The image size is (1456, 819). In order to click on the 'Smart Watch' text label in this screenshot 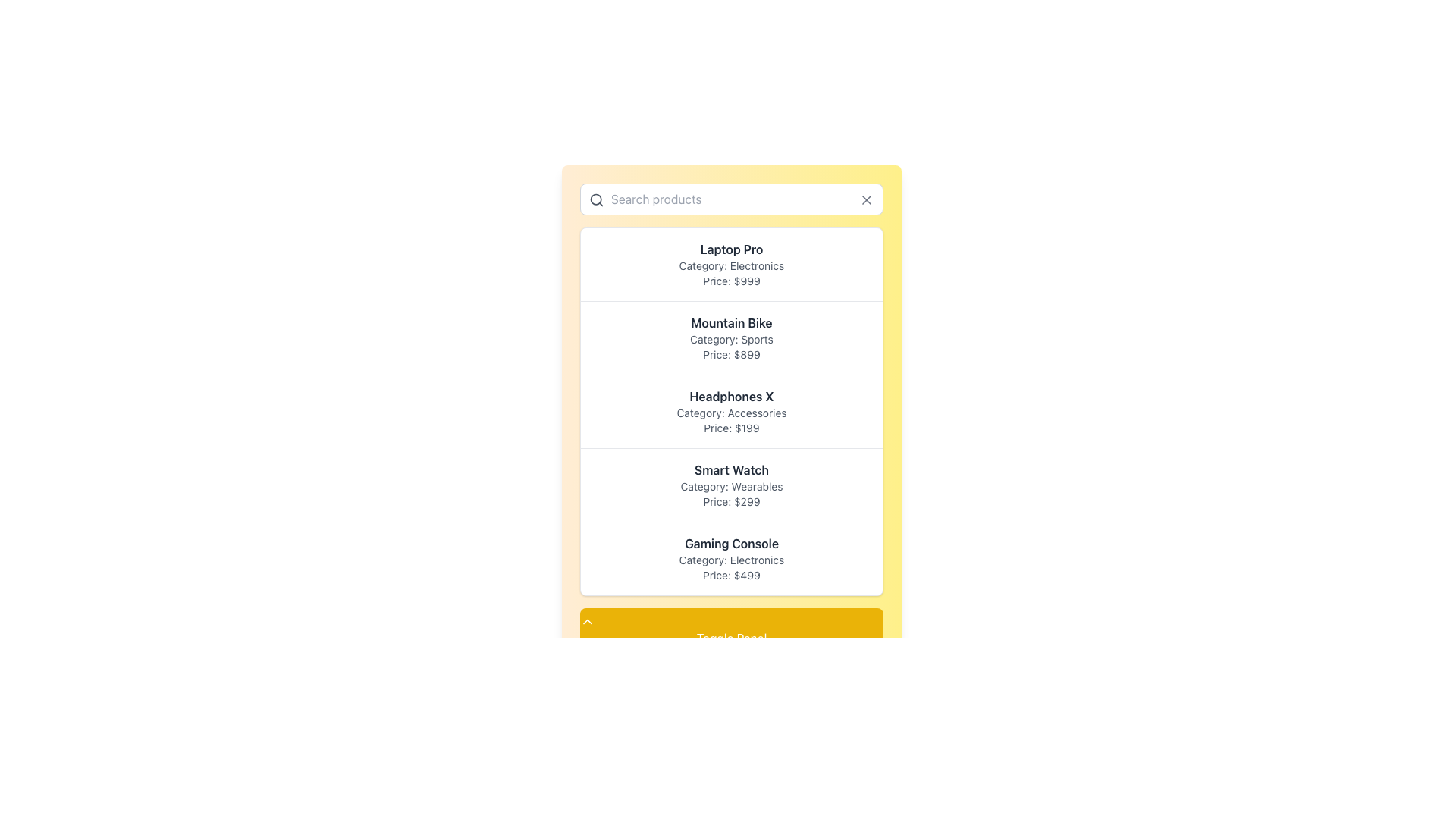, I will do `click(731, 469)`.